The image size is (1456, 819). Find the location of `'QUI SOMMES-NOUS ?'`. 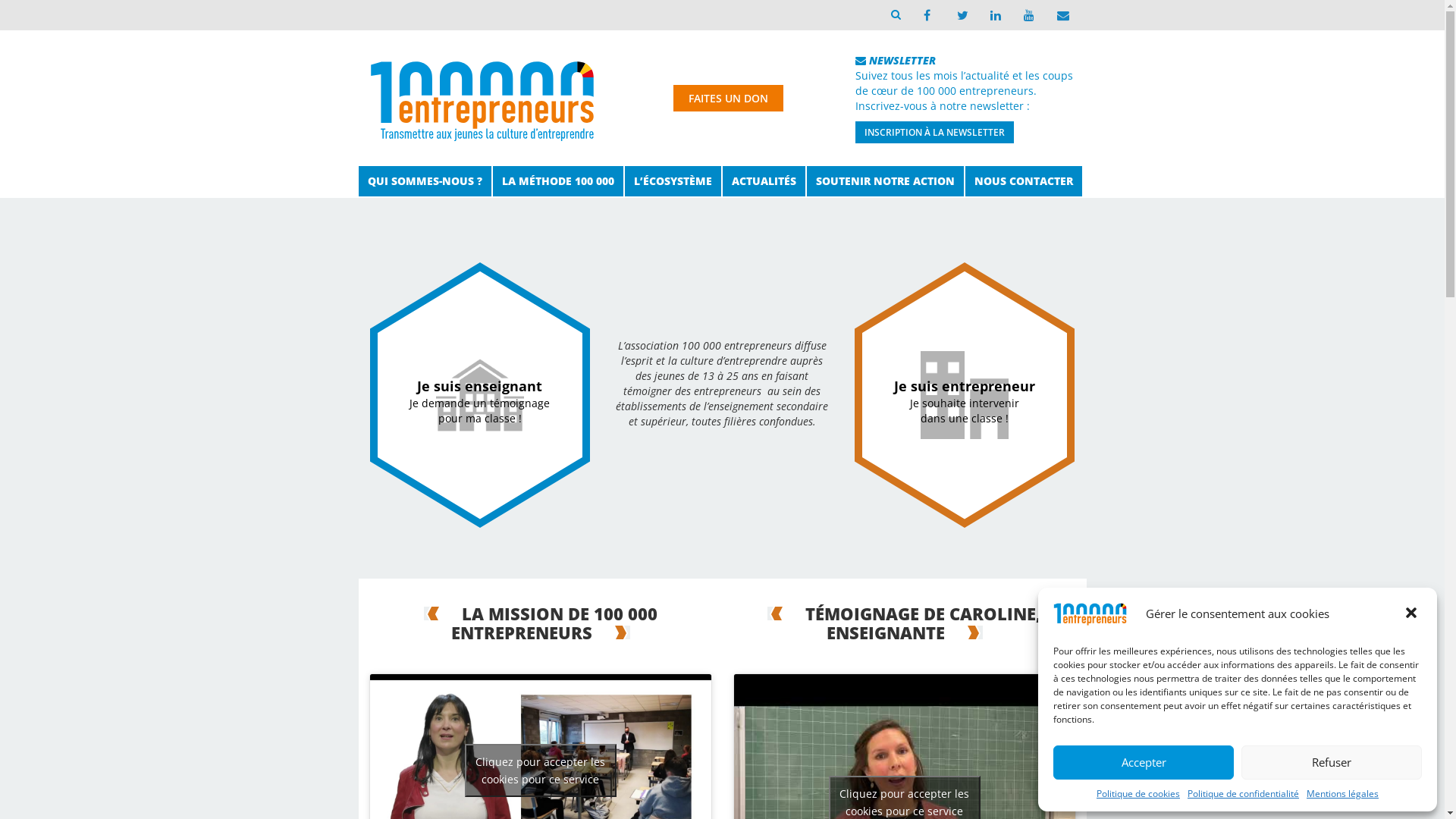

'QUI SOMMES-NOUS ?' is located at coordinates (424, 180).